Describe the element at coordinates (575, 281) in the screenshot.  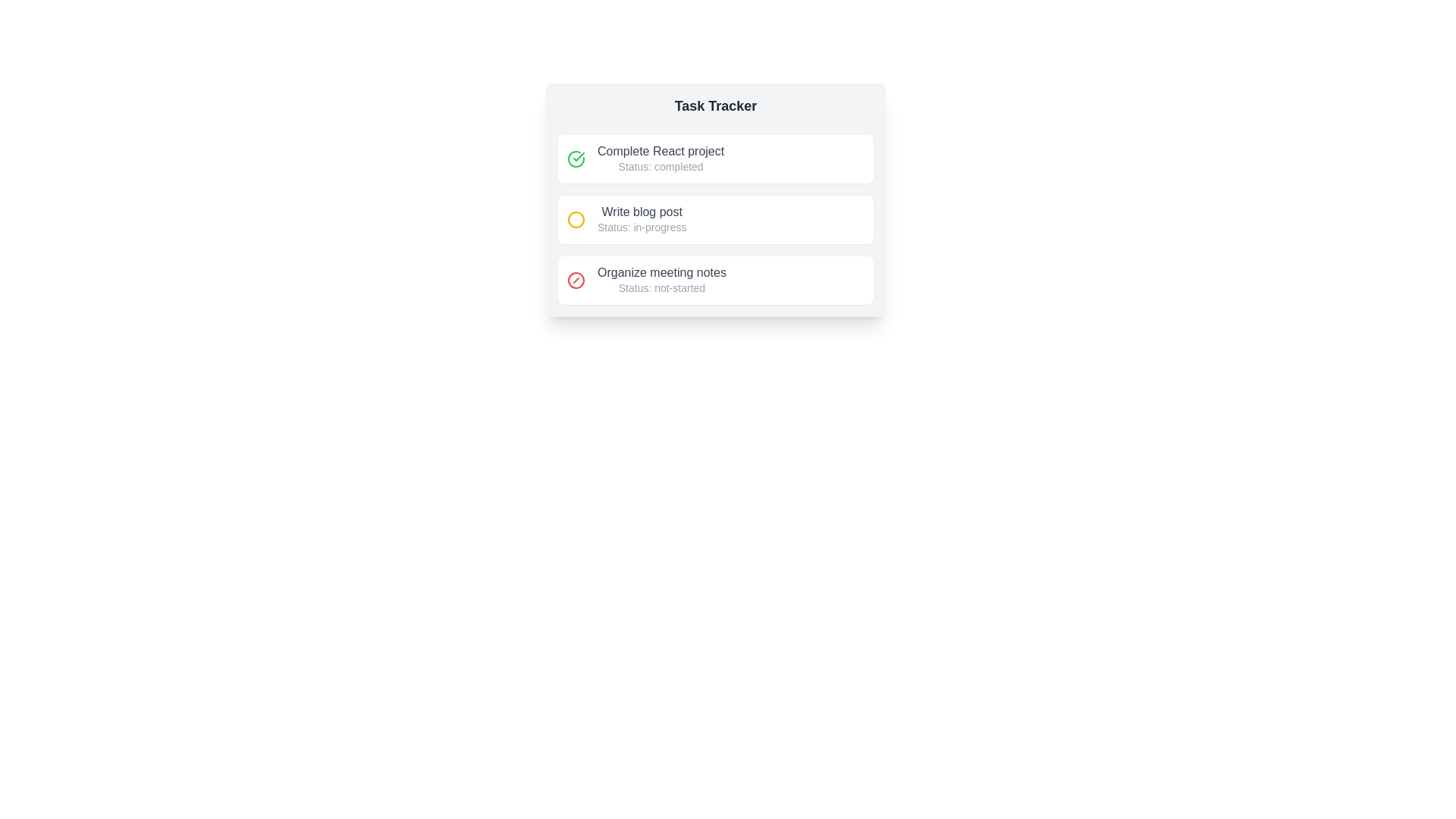
I see `the status indicator icon for the task 'Organize meeting notes', which shows the status 'not-started' located in the bottom card of the task list` at that location.